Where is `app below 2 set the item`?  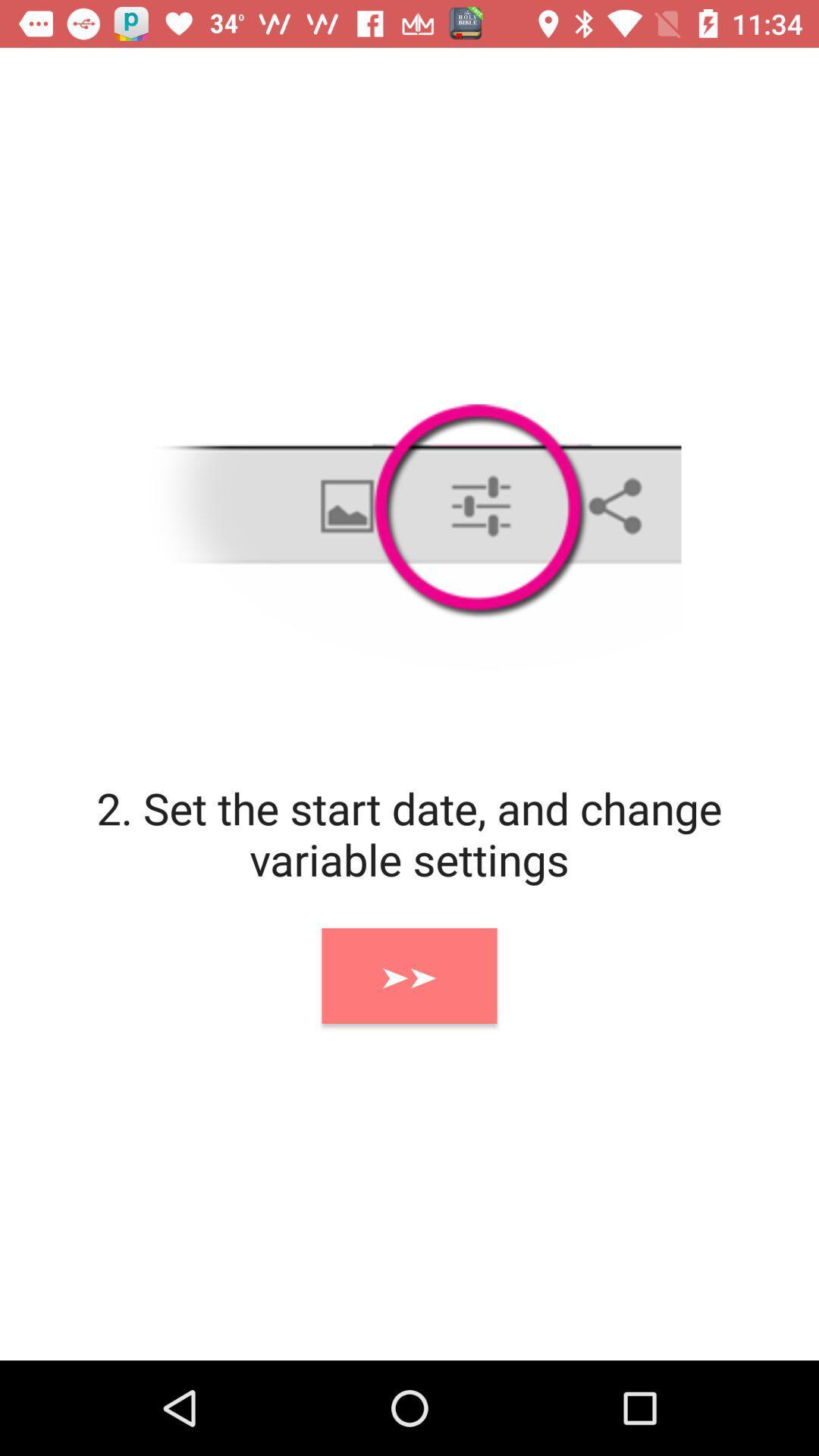
app below 2 set the item is located at coordinates (409, 975).